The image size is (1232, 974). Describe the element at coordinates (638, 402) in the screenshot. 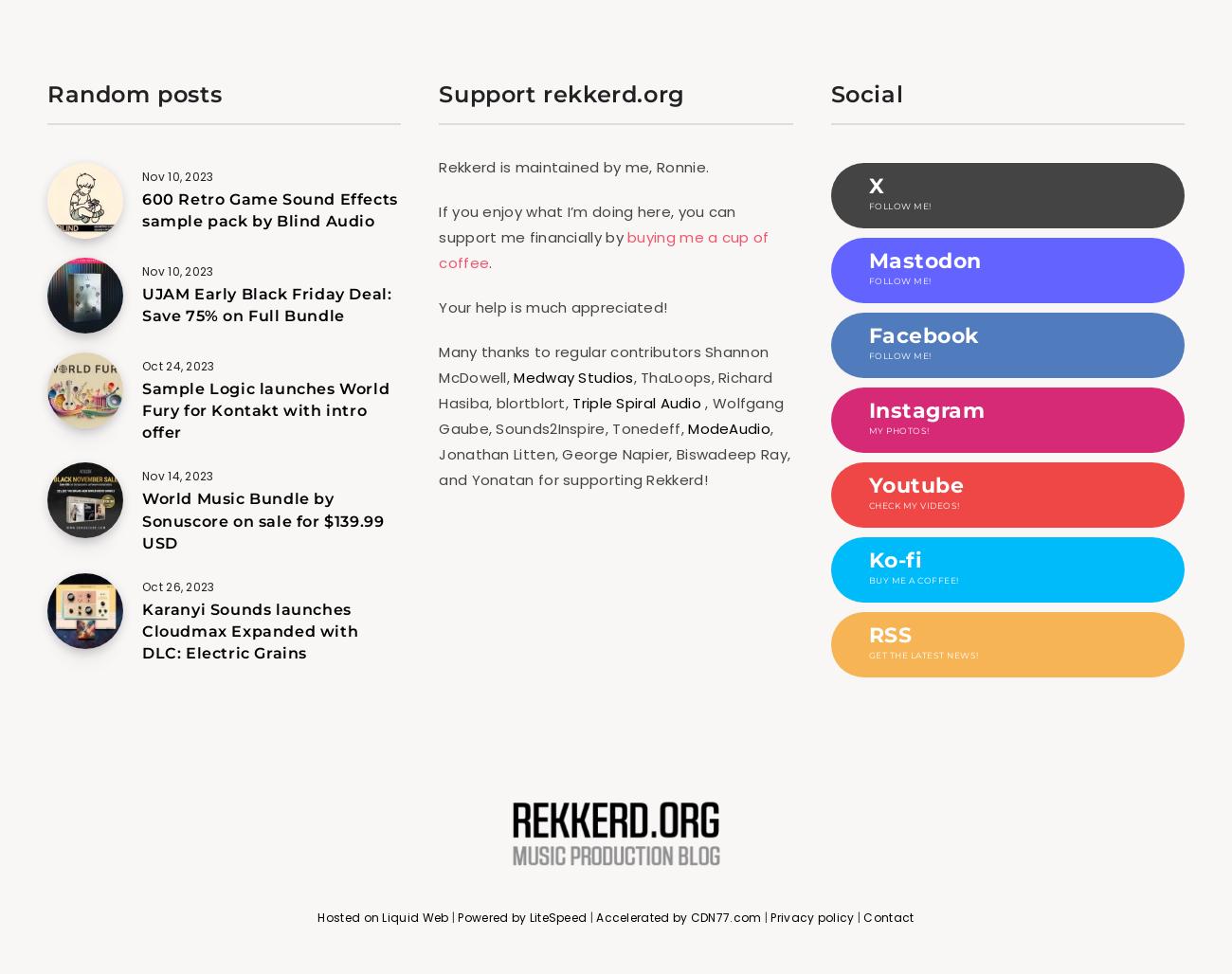

I see `'Triple Spiral Audio'` at that location.